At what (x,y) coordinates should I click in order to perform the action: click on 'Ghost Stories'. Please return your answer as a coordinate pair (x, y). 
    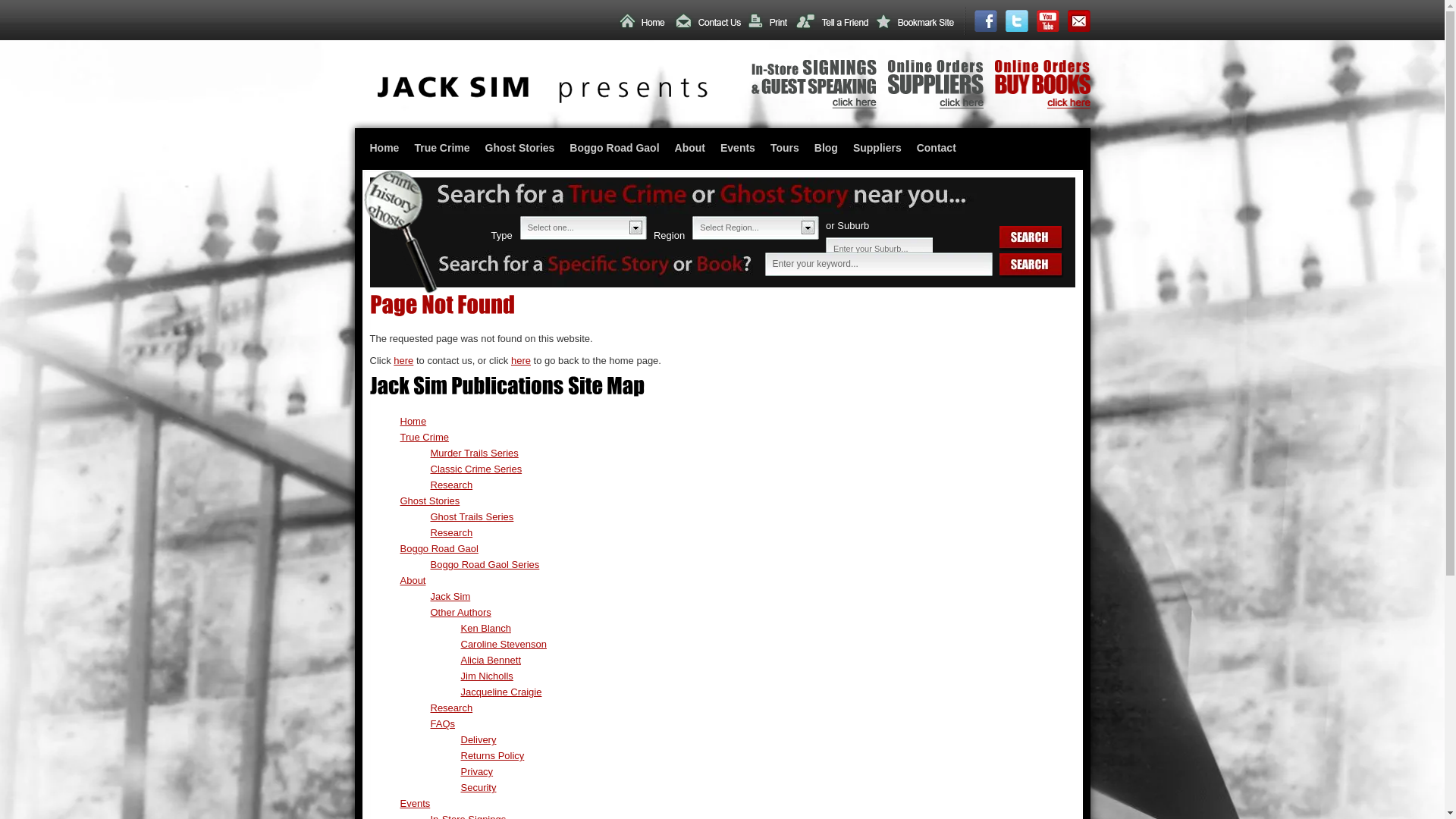
    Looking at the image, I should click on (520, 149).